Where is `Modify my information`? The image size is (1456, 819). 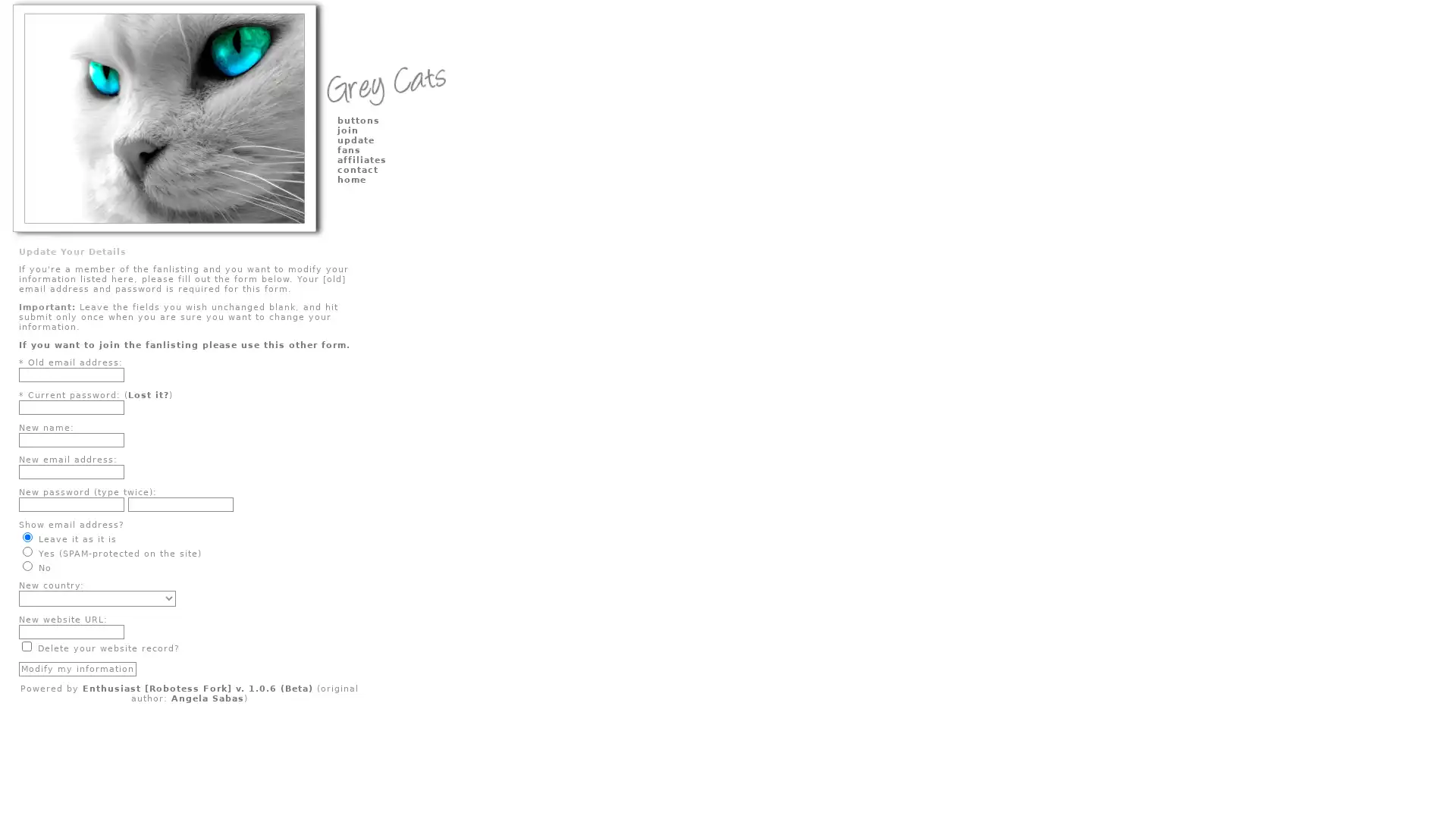
Modify my information is located at coordinates (77, 667).